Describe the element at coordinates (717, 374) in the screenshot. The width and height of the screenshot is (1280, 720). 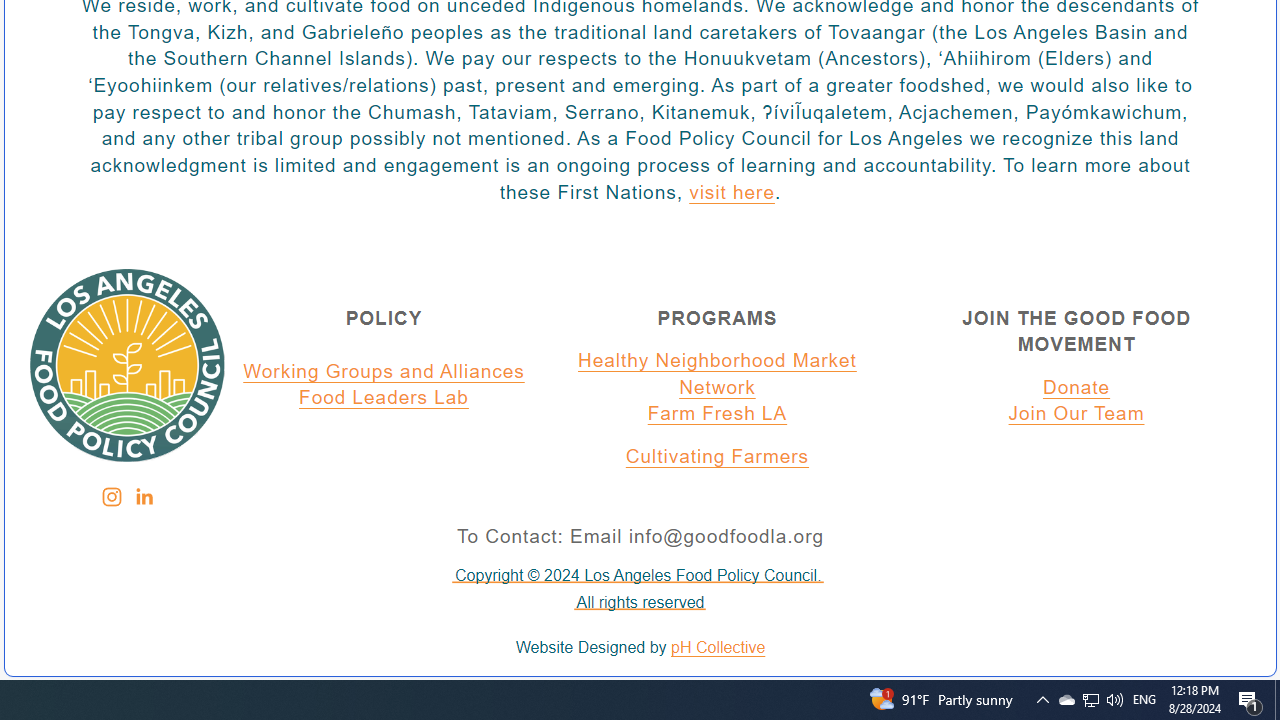
I see `'Healthy Neighborhood Market Network'` at that location.